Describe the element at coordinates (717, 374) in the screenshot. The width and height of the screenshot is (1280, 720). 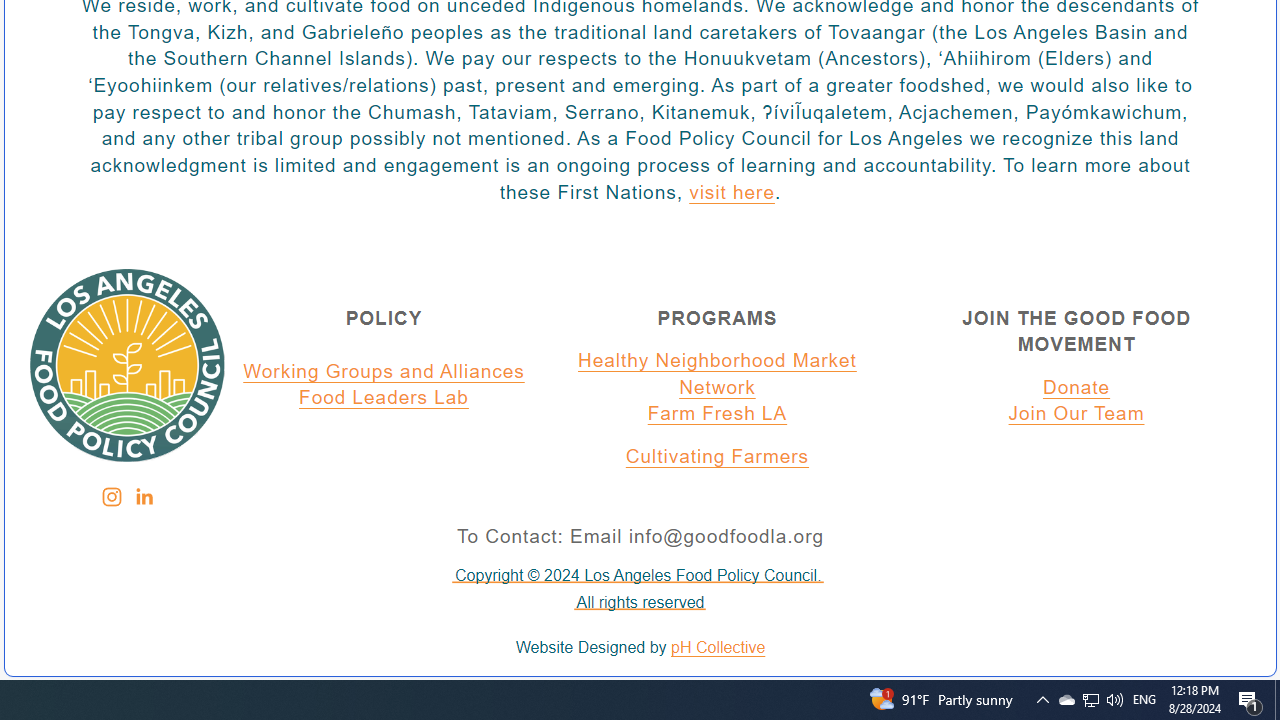
I see `'Healthy Neighborhood Market Network'` at that location.